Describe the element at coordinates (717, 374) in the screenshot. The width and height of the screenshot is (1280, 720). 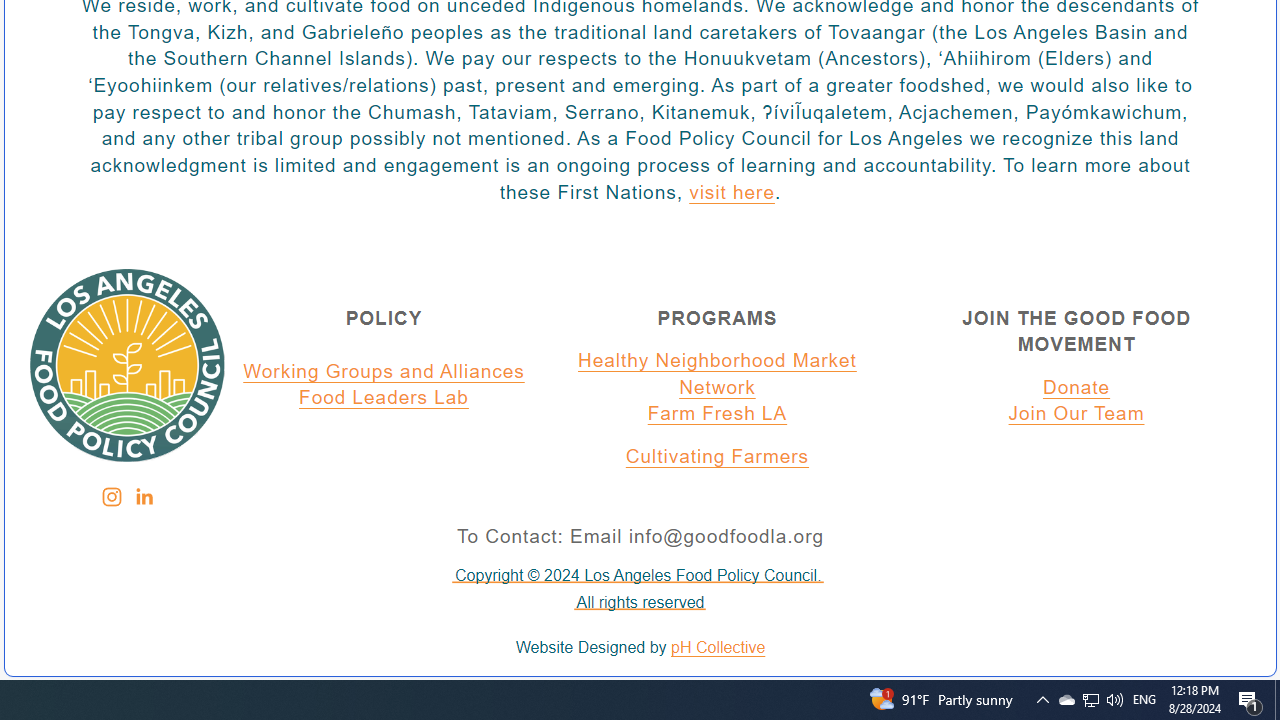
I see `'Healthy Neighborhood Market Network'` at that location.